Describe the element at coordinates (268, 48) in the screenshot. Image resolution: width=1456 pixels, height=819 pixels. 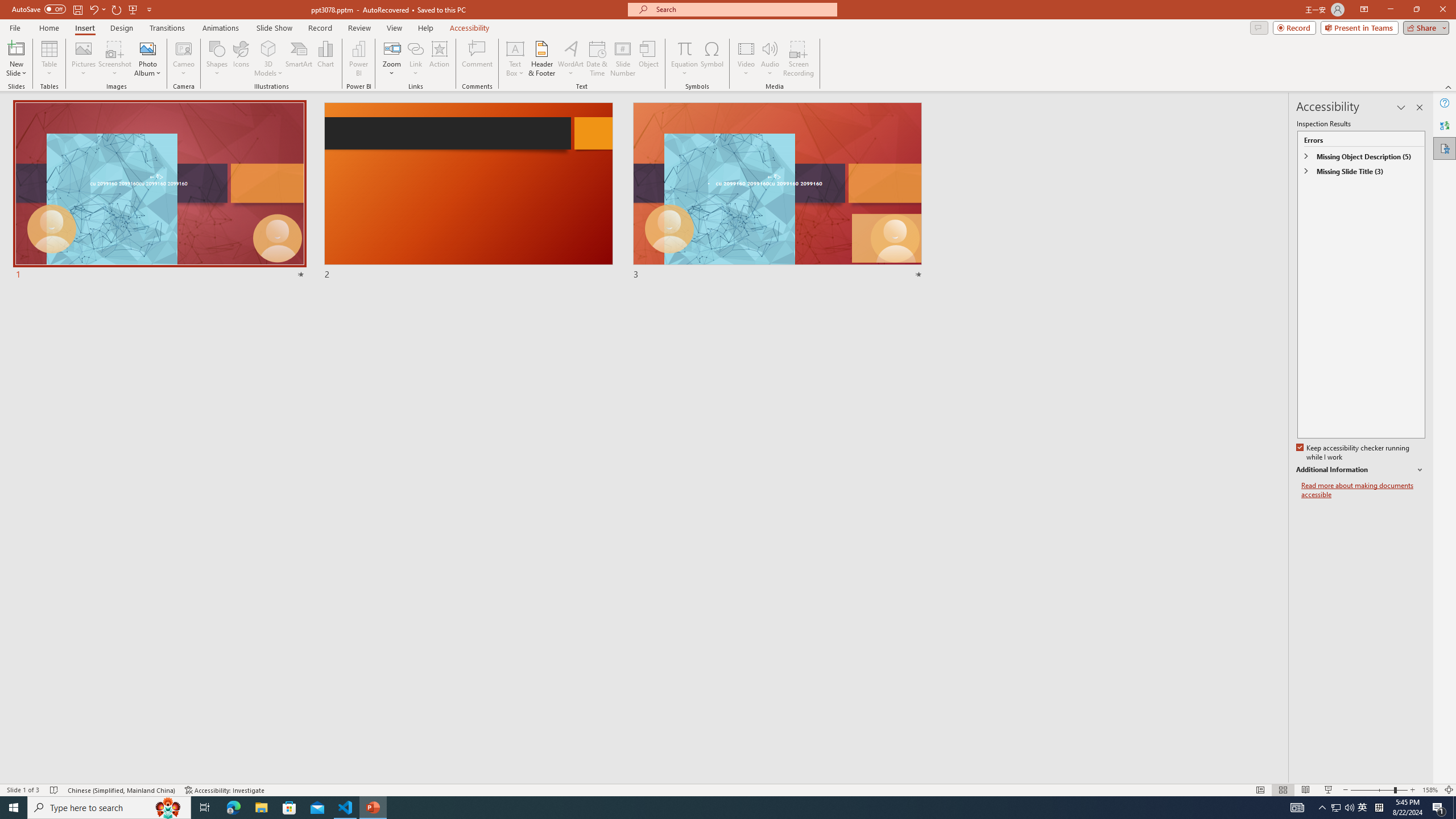
I see `'3D Models'` at that location.